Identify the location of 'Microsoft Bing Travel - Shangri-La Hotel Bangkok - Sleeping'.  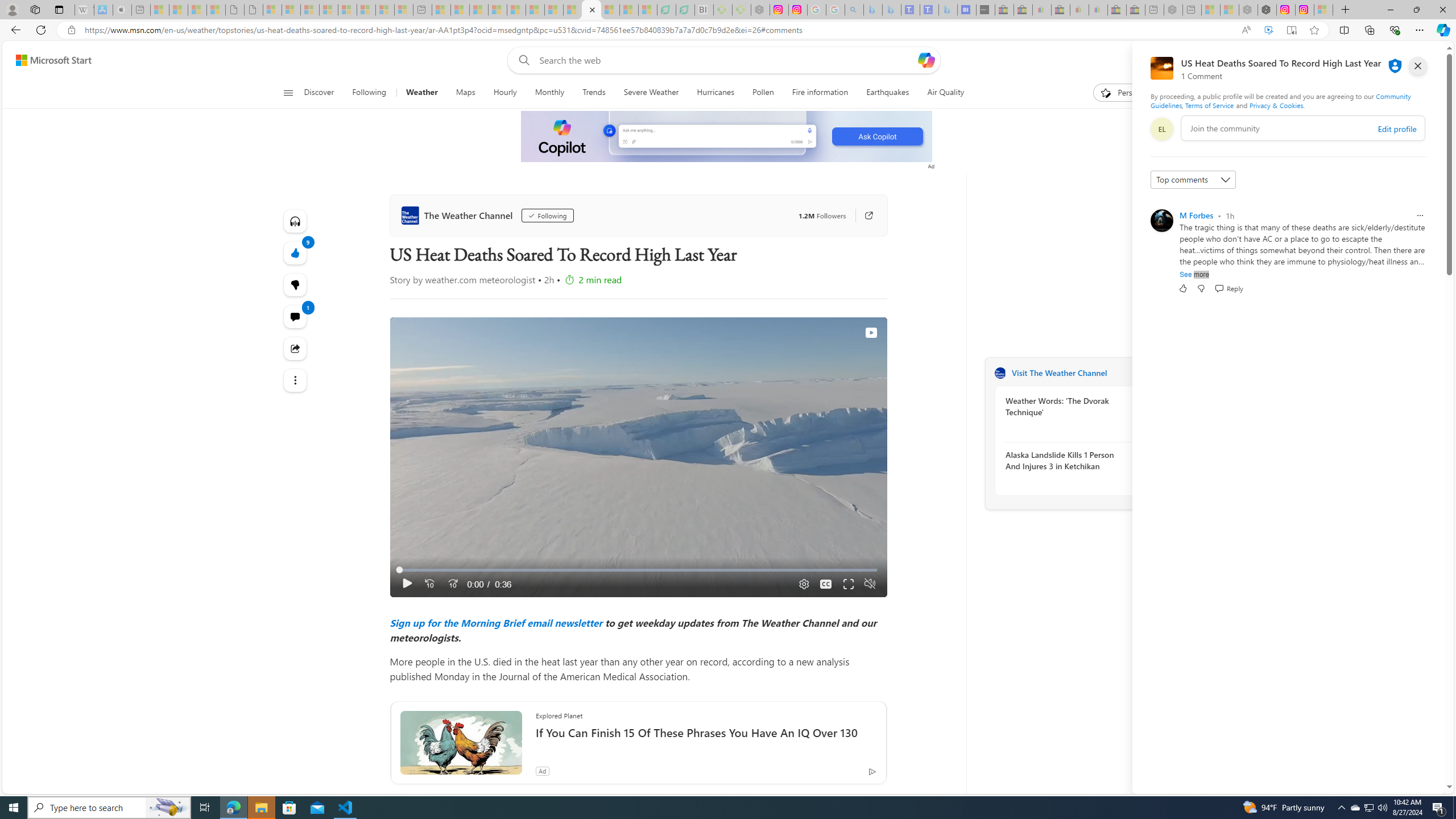
(948, 9).